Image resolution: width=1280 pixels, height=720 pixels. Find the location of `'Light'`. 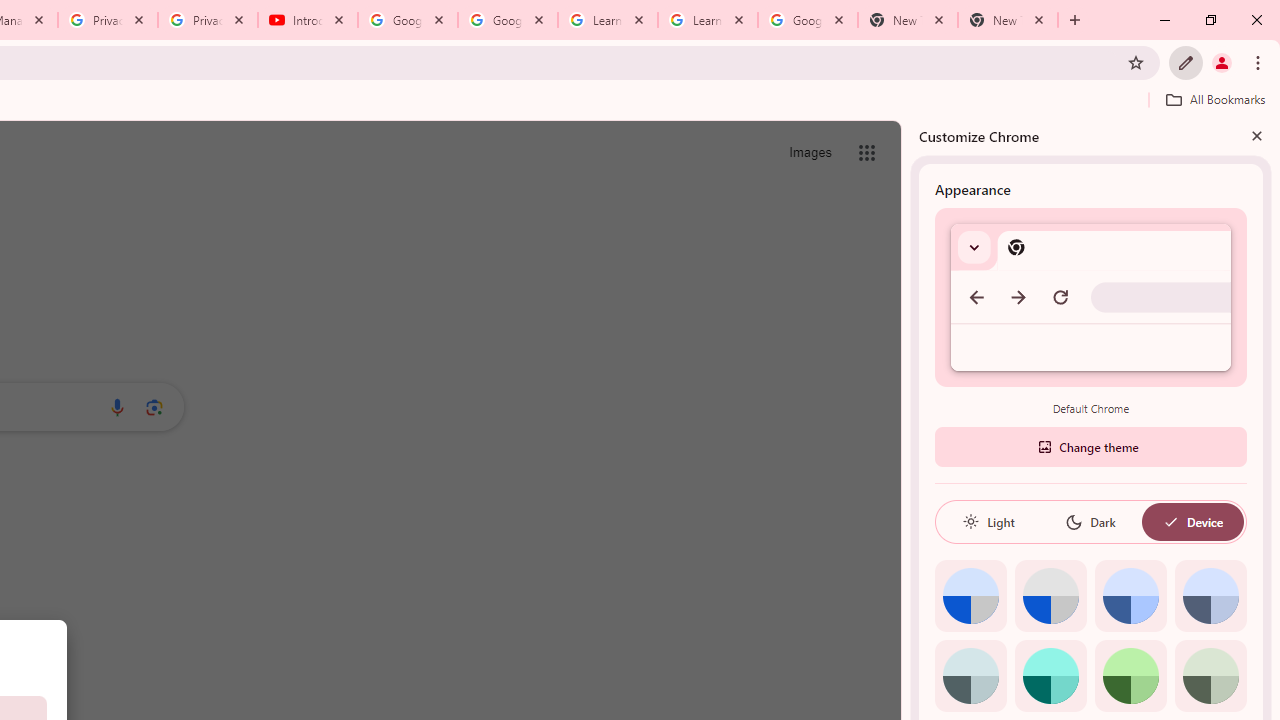

'Light' is located at coordinates (988, 521).